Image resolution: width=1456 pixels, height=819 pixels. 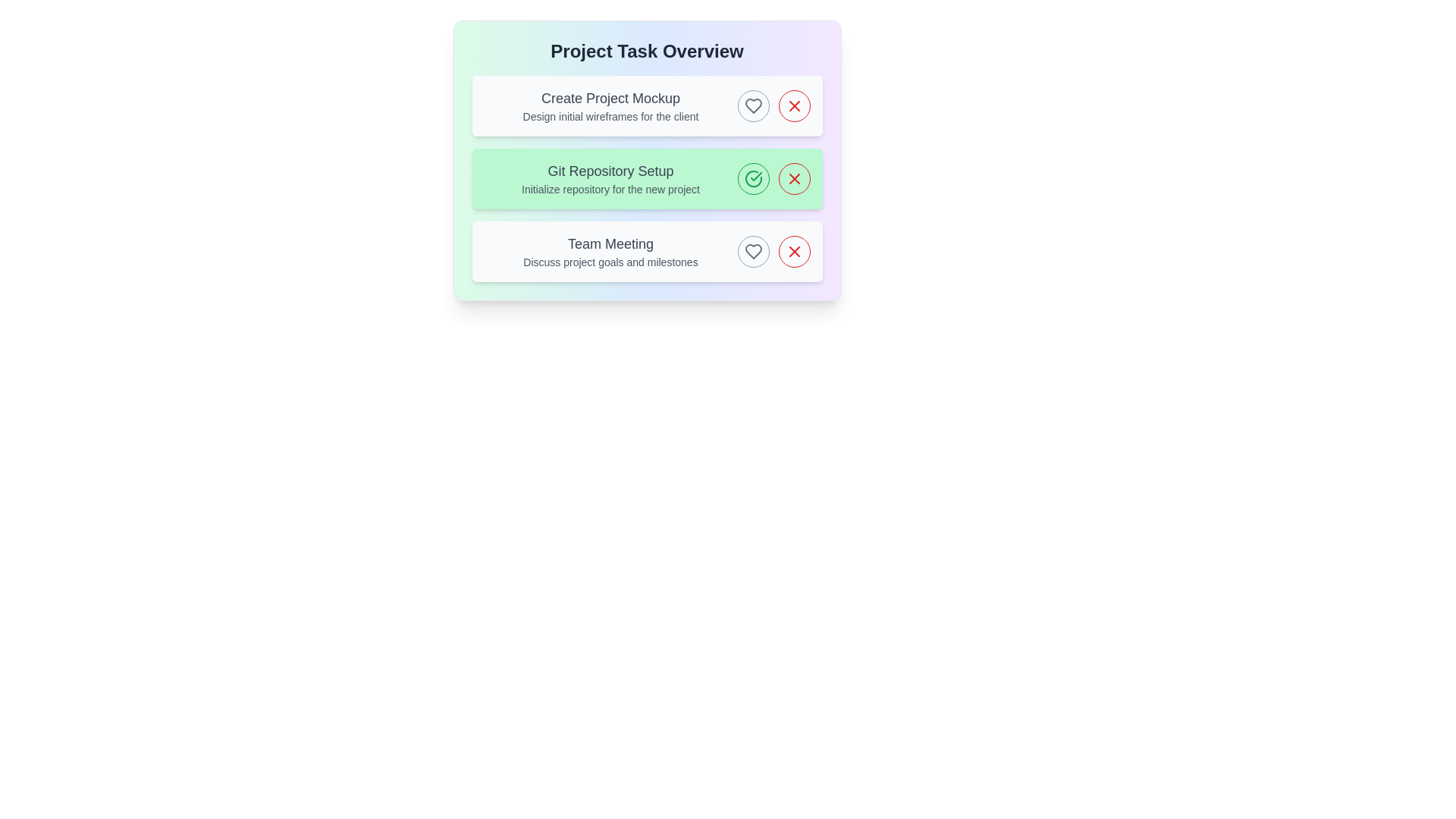 What do you see at coordinates (793, 250) in the screenshot?
I see `the delete button for the task titled 'Team Meeting'` at bounding box center [793, 250].